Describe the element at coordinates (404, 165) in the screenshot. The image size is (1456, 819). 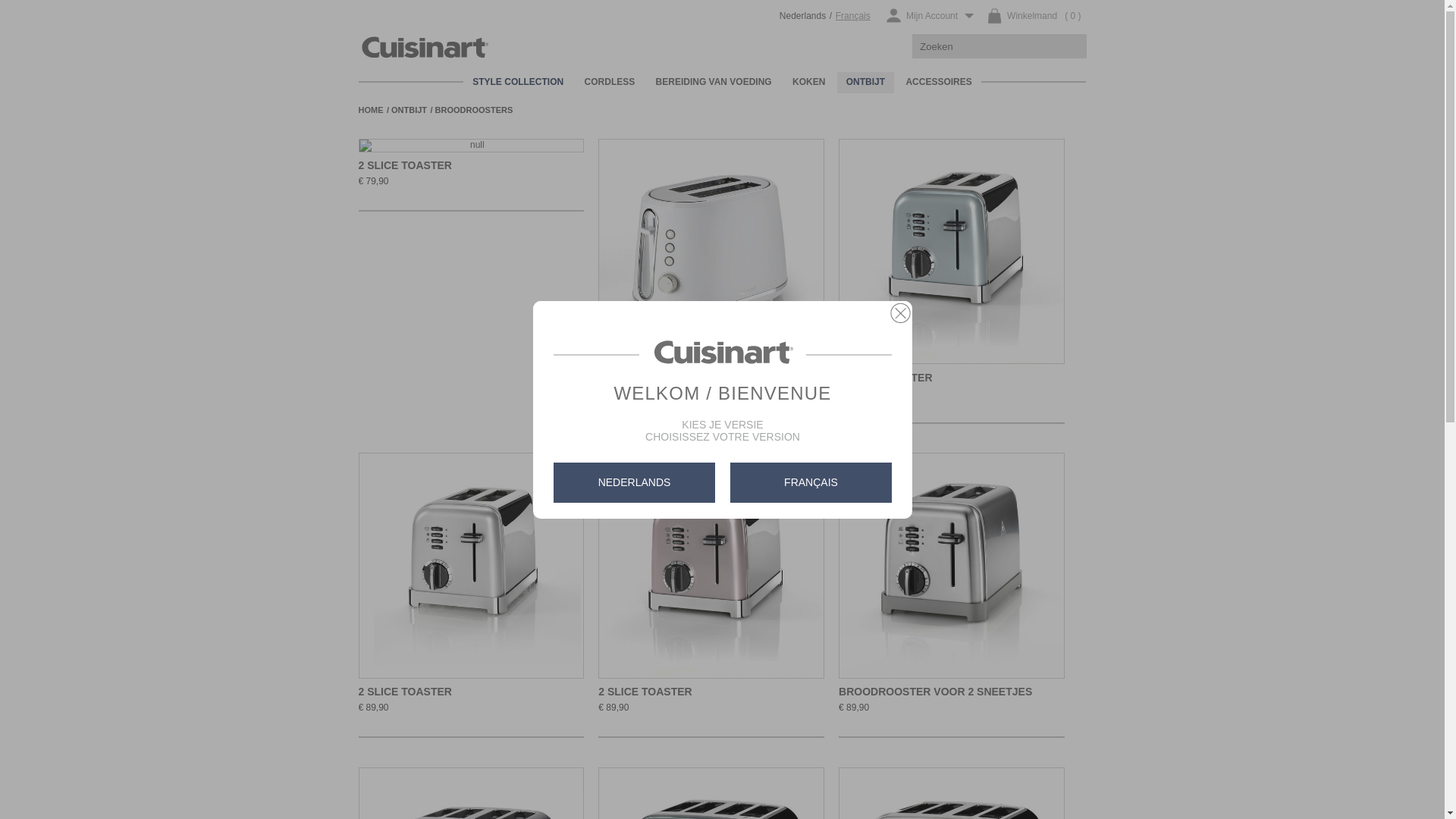
I see `'2 SLICE TOASTER'` at that location.